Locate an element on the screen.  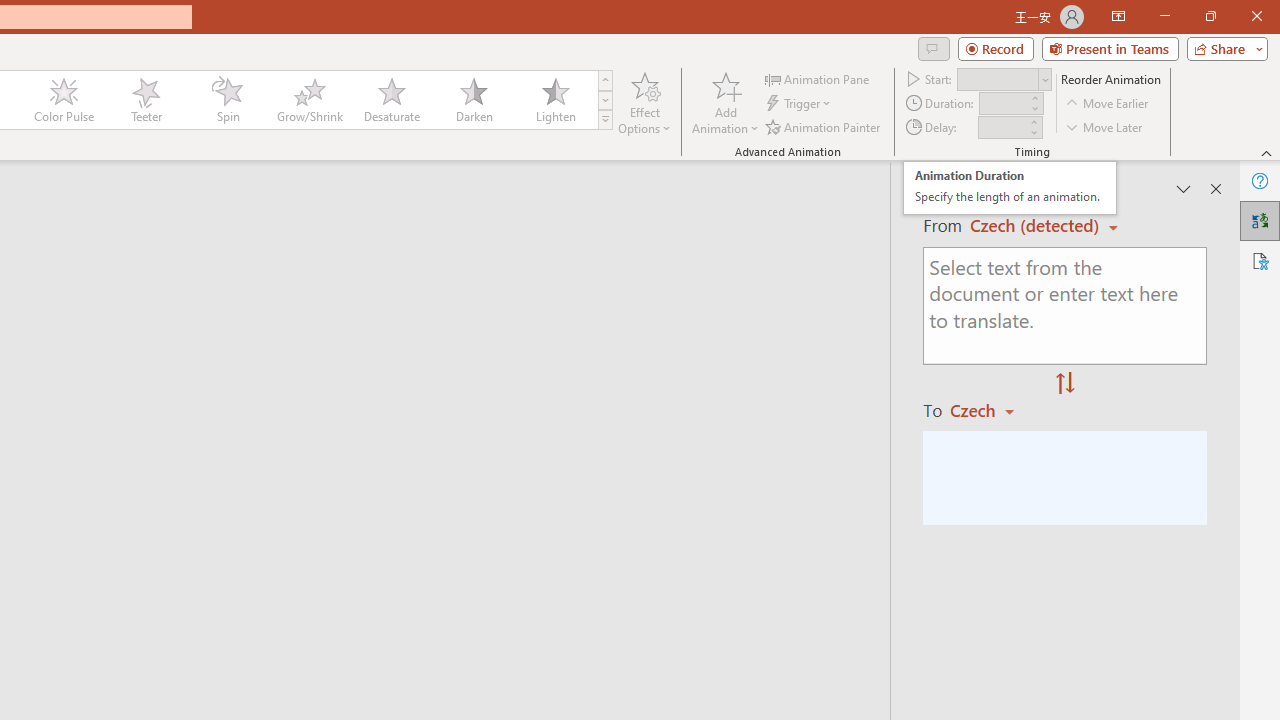
'Desaturate' is located at coordinates (391, 100).